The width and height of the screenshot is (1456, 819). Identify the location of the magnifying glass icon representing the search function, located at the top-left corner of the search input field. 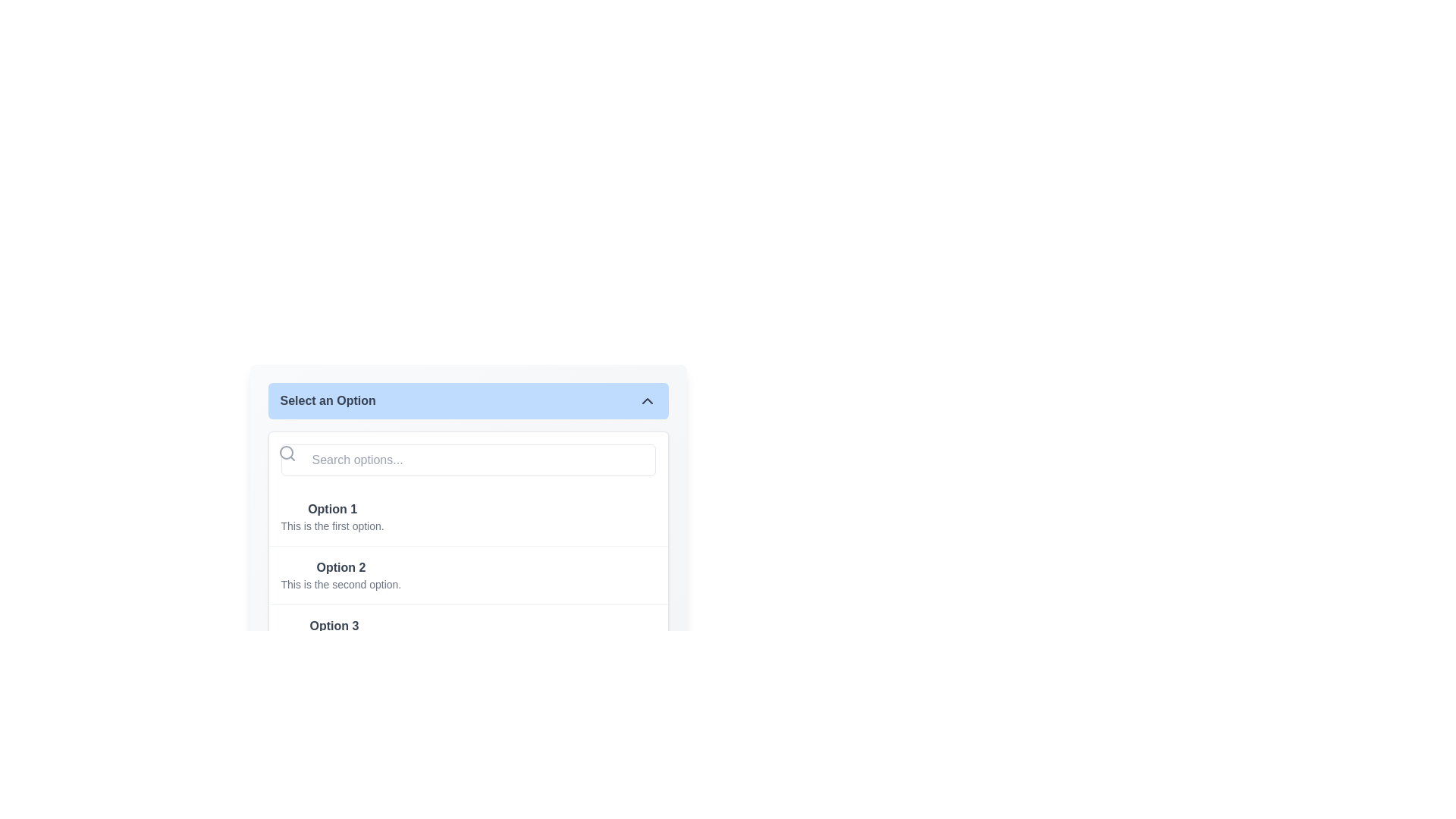
(287, 452).